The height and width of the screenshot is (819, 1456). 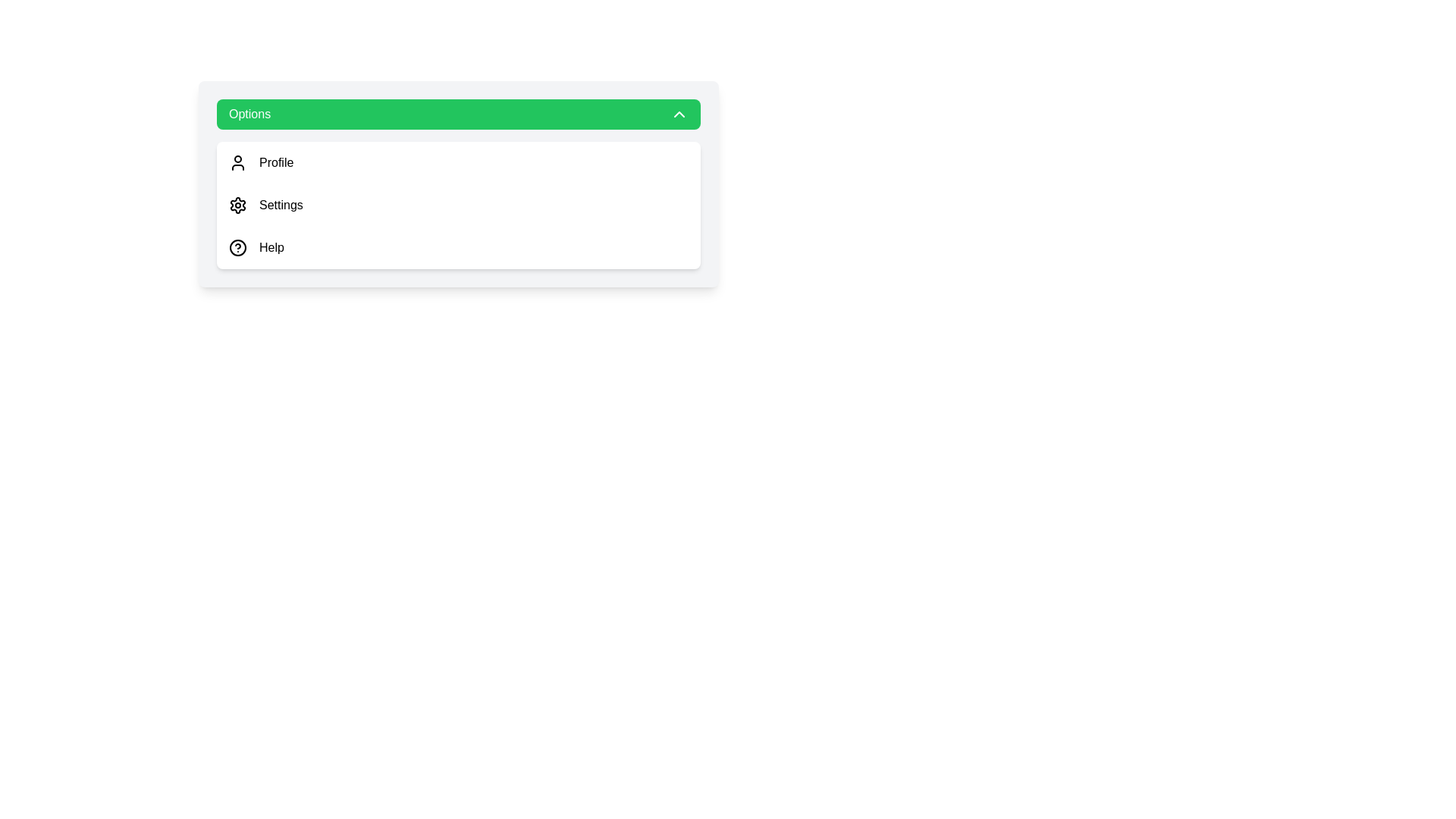 What do you see at coordinates (237, 205) in the screenshot?
I see `the gear icon representing settings, which is positioned to the left of the text 'Settings'` at bounding box center [237, 205].